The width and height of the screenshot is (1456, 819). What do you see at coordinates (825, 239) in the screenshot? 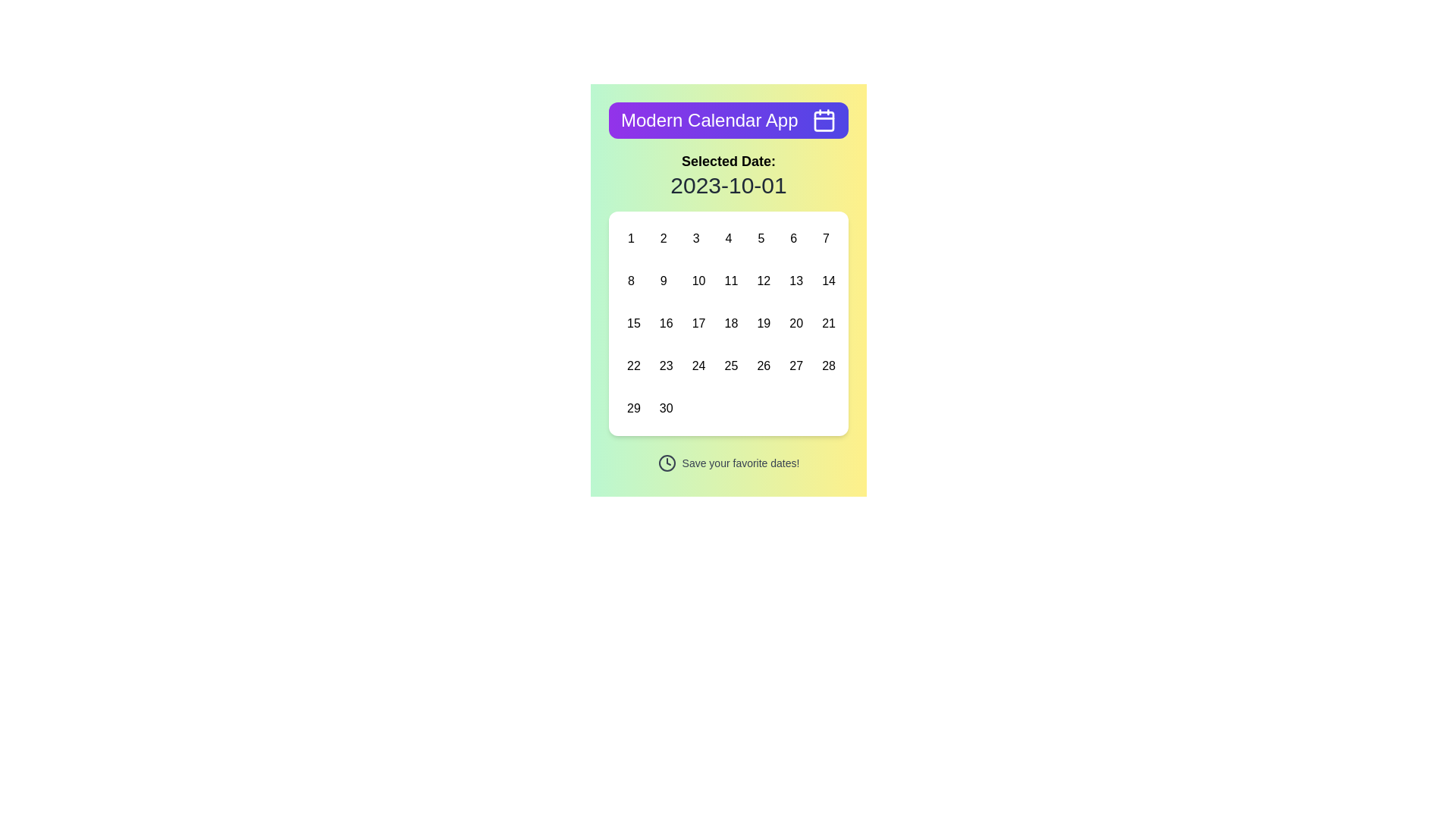
I see `the square button with rounded corners displaying the numeral '7' to observe its hover effect` at bounding box center [825, 239].